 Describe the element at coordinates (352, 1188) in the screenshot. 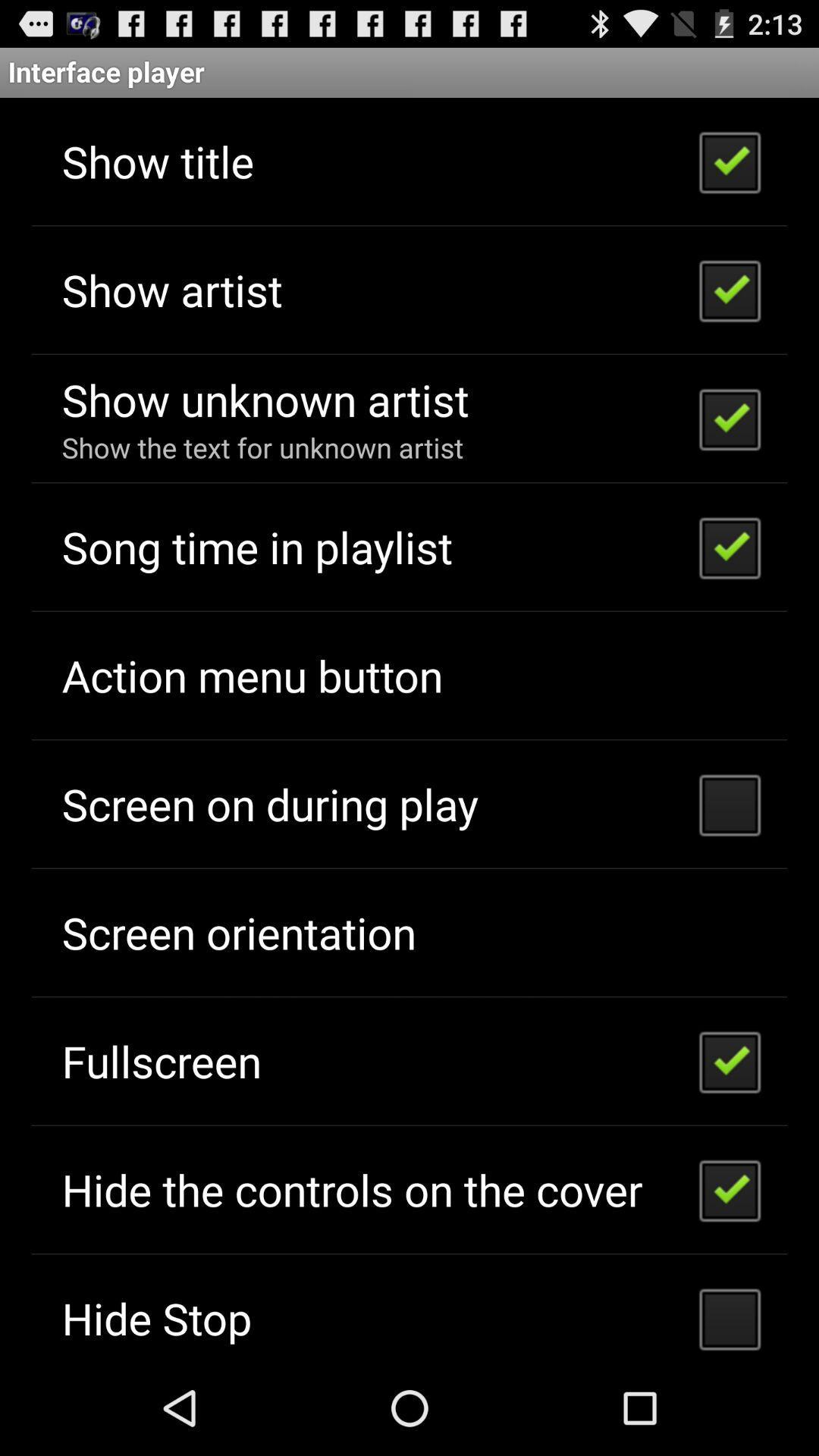

I see `the hide the controls` at that location.